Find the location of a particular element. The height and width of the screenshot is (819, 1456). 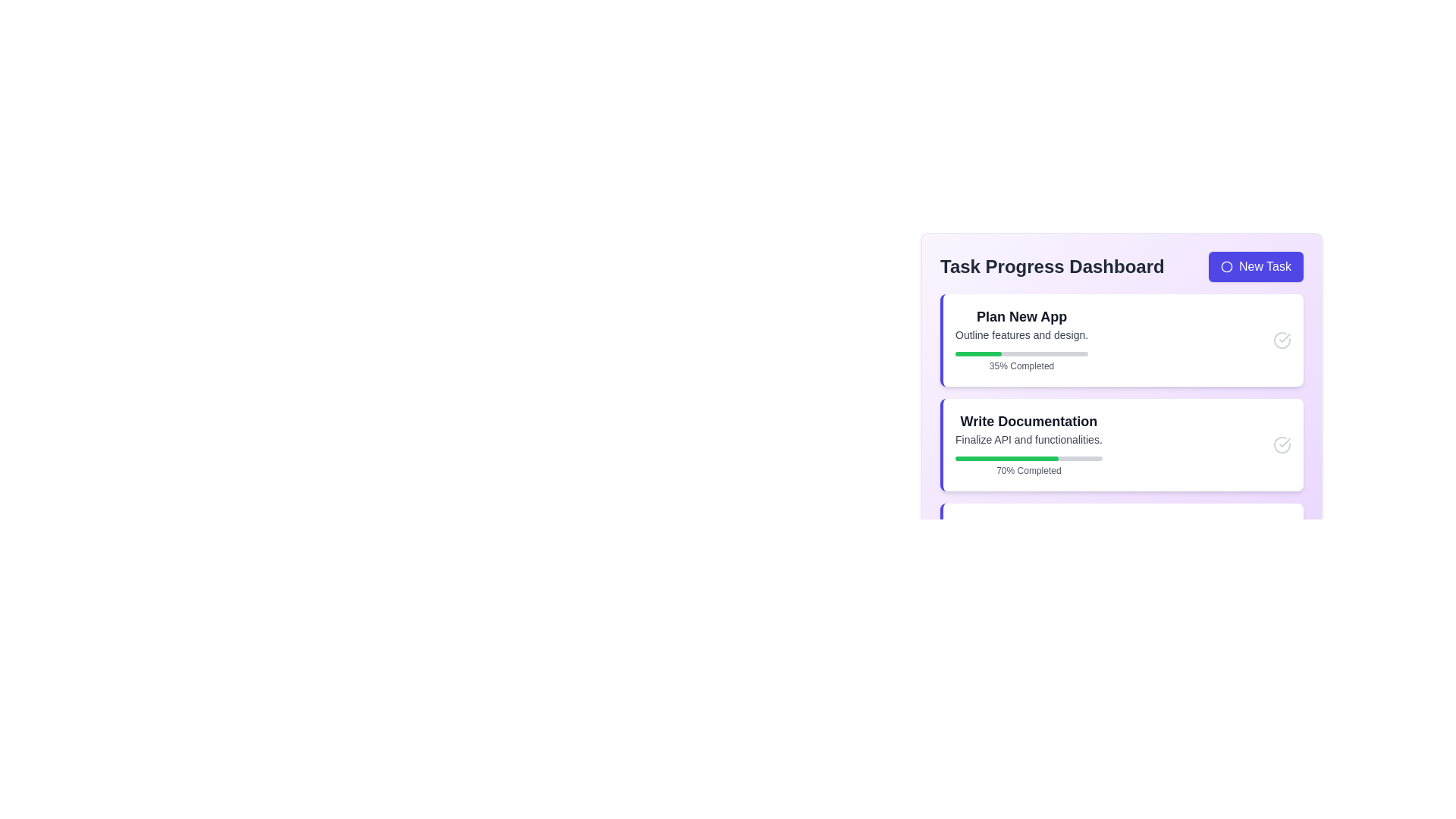

the Text Label element that reads 'Finalize API and functionalities.', which is located within the card layout titled 'Write Documentation' is located at coordinates (1028, 439).